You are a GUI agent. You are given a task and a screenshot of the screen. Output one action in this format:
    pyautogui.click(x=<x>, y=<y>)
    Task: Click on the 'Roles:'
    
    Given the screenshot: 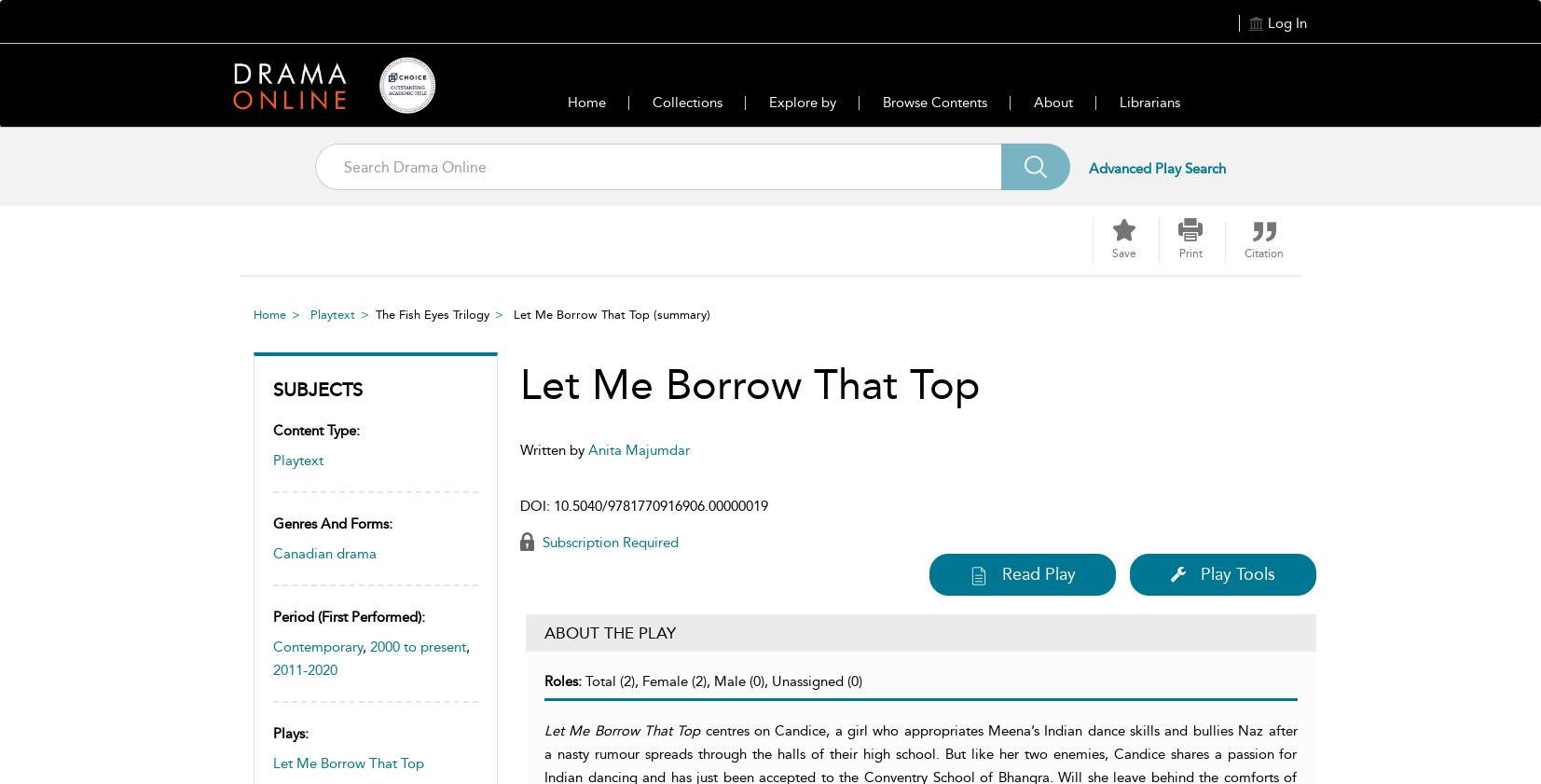 What is the action you would take?
    pyautogui.click(x=543, y=681)
    